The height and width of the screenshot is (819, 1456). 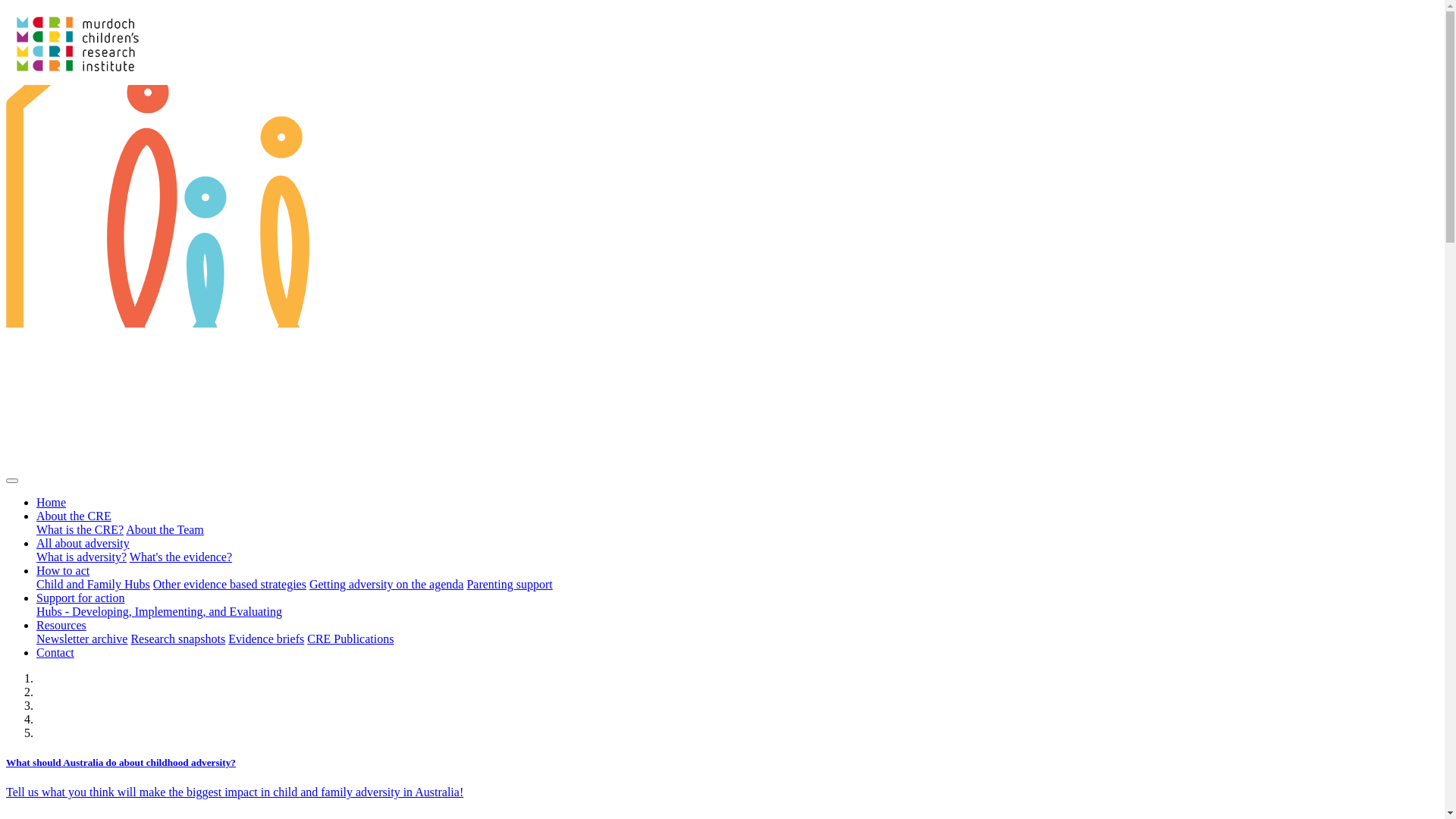 I want to click on 'Research snapshots', so click(x=177, y=639).